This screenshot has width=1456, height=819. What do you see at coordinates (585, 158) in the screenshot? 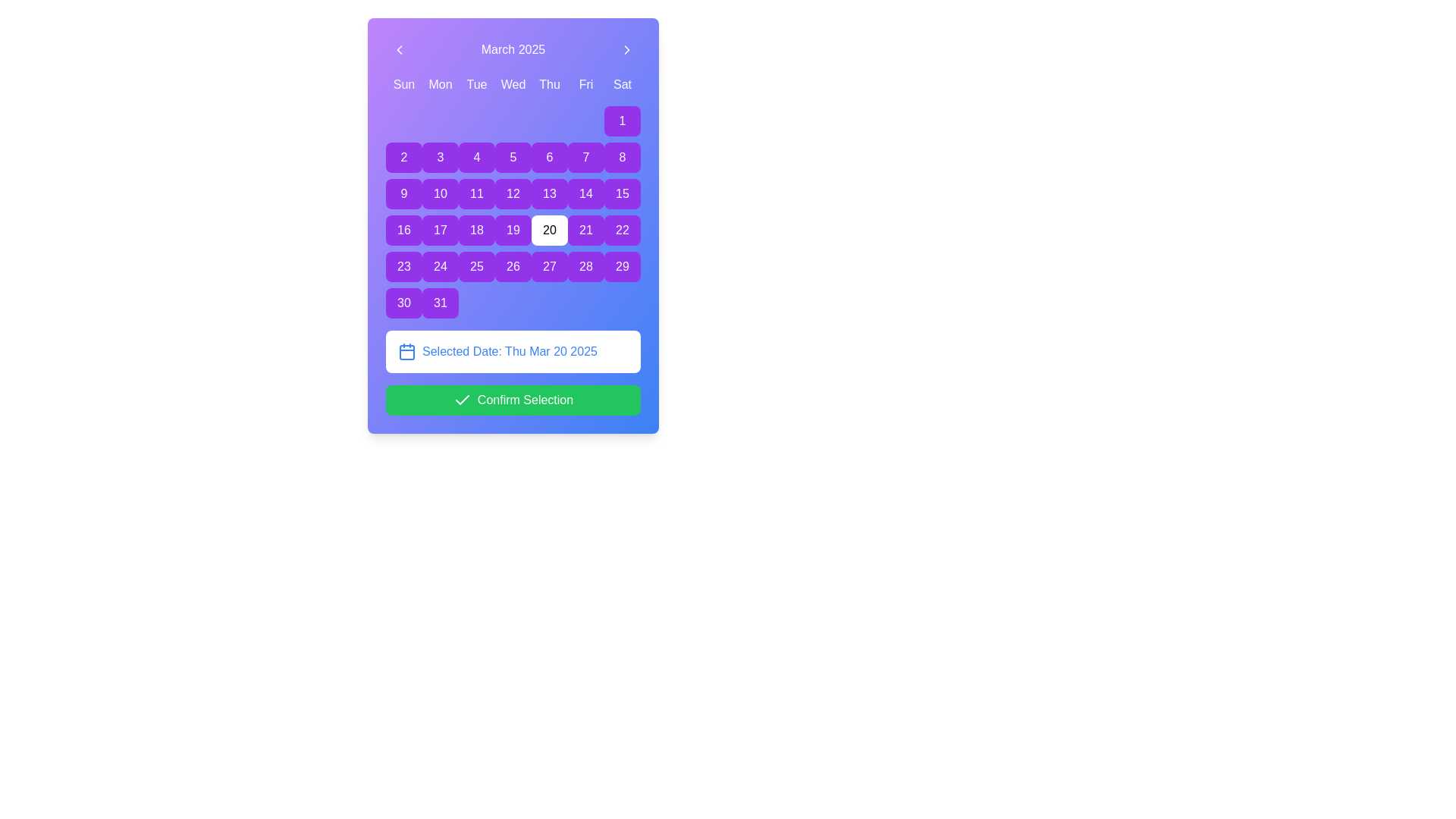
I see `the button representing the date 7th of the currently displayed month in the calendar` at bounding box center [585, 158].